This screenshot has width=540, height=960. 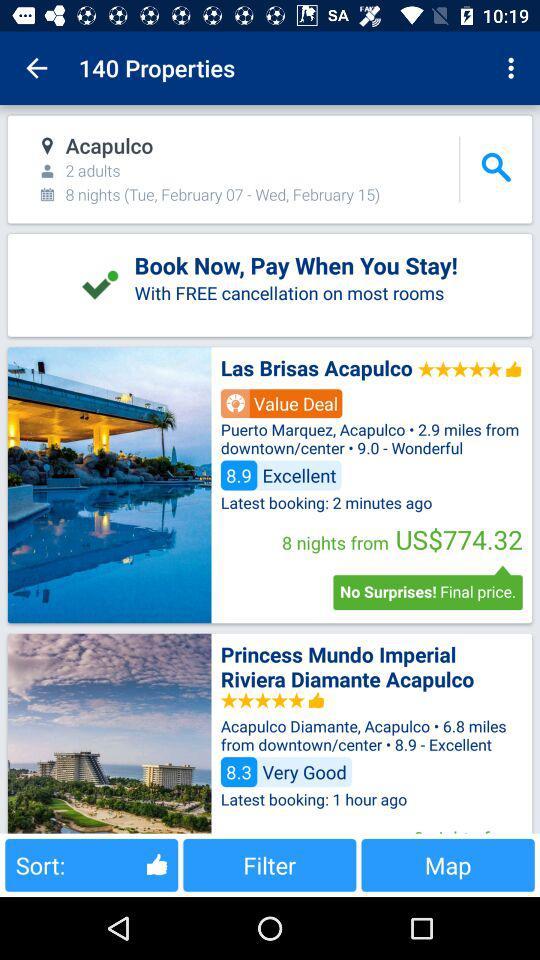 What do you see at coordinates (269, 864) in the screenshot?
I see `the item to the right of the sort:  icon` at bounding box center [269, 864].